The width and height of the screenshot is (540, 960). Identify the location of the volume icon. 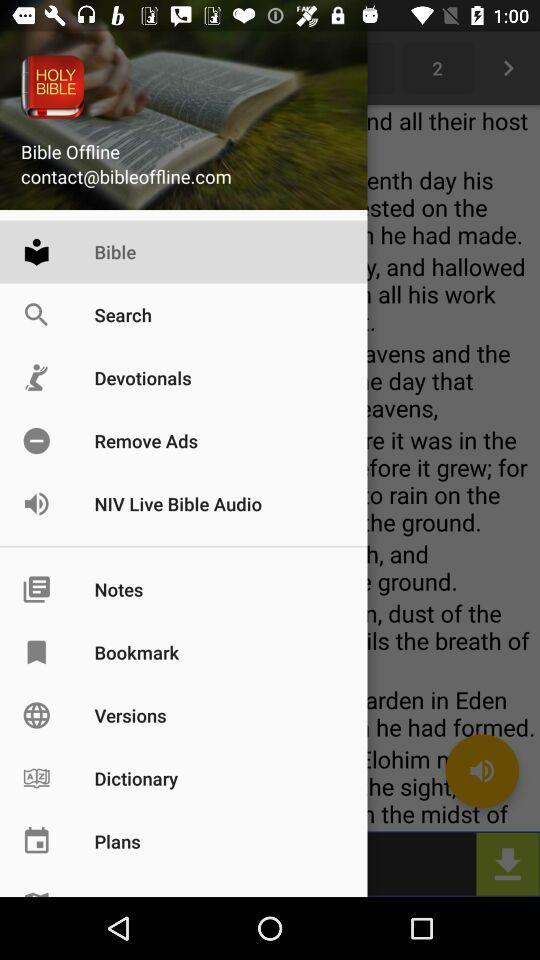
(481, 769).